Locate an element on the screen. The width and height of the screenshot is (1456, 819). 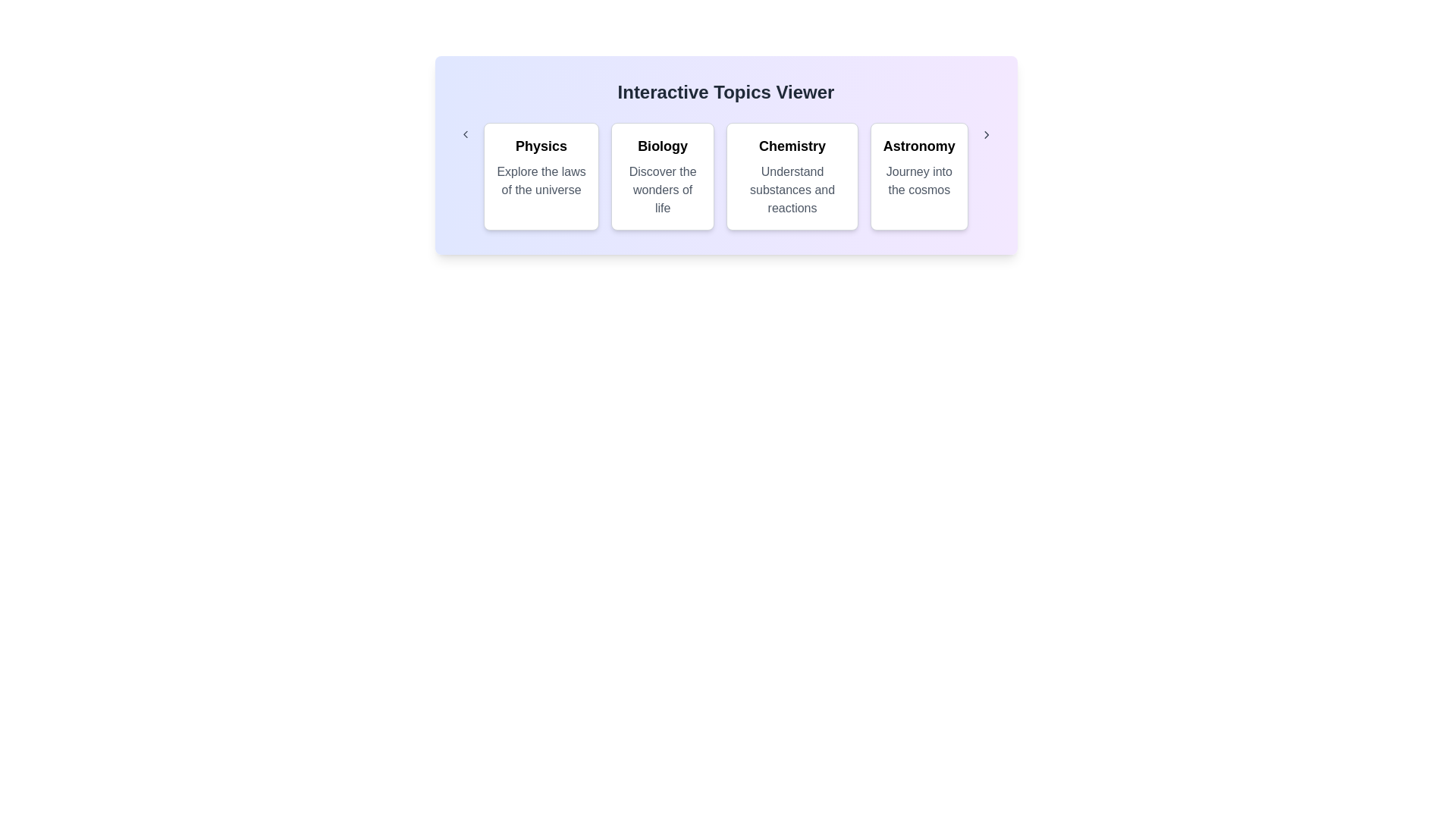
the category Chemistry to observe the hover effect is located at coordinates (792, 175).